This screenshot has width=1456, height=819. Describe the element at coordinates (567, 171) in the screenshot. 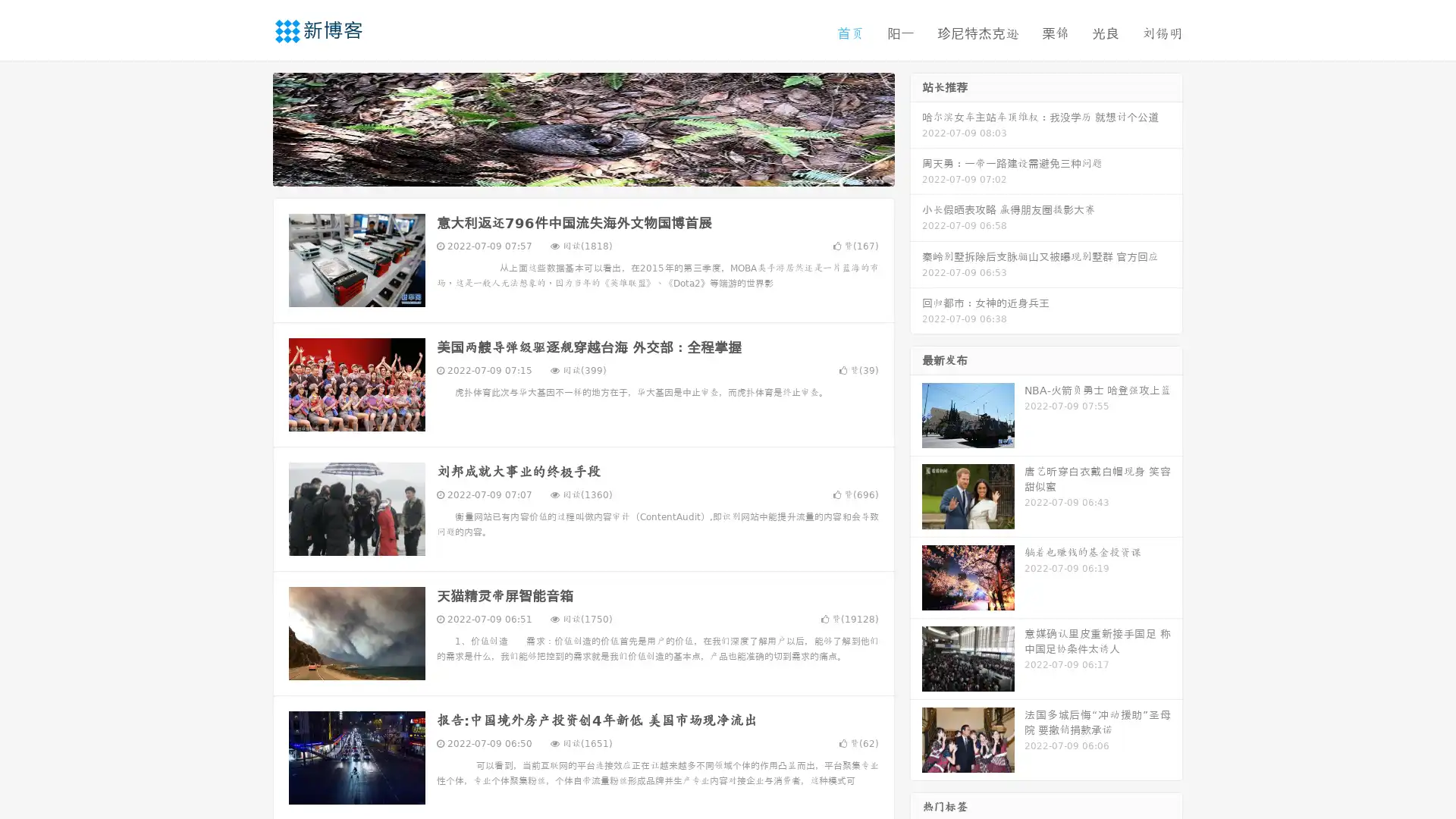

I see `Go to slide 1` at that location.